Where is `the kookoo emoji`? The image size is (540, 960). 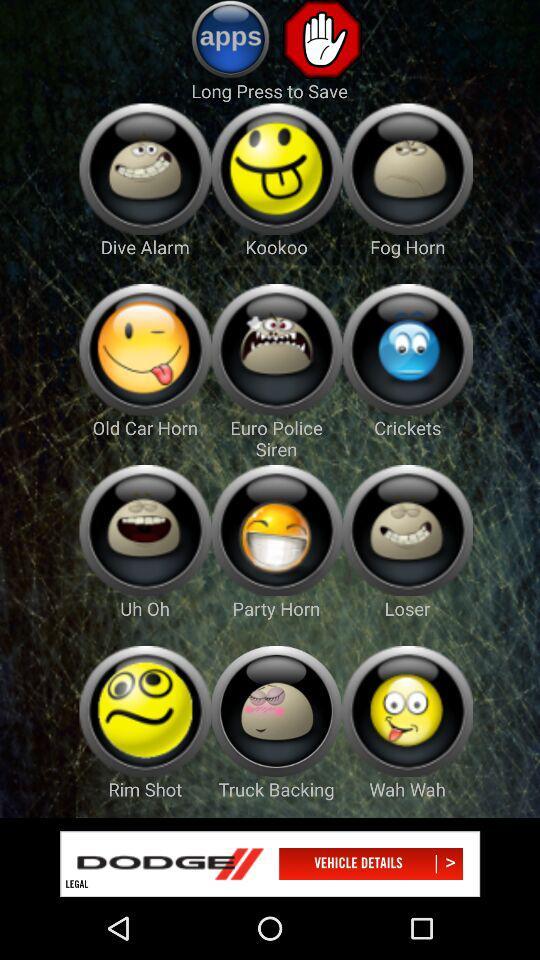
the kookoo emoji is located at coordinates (275, 168).